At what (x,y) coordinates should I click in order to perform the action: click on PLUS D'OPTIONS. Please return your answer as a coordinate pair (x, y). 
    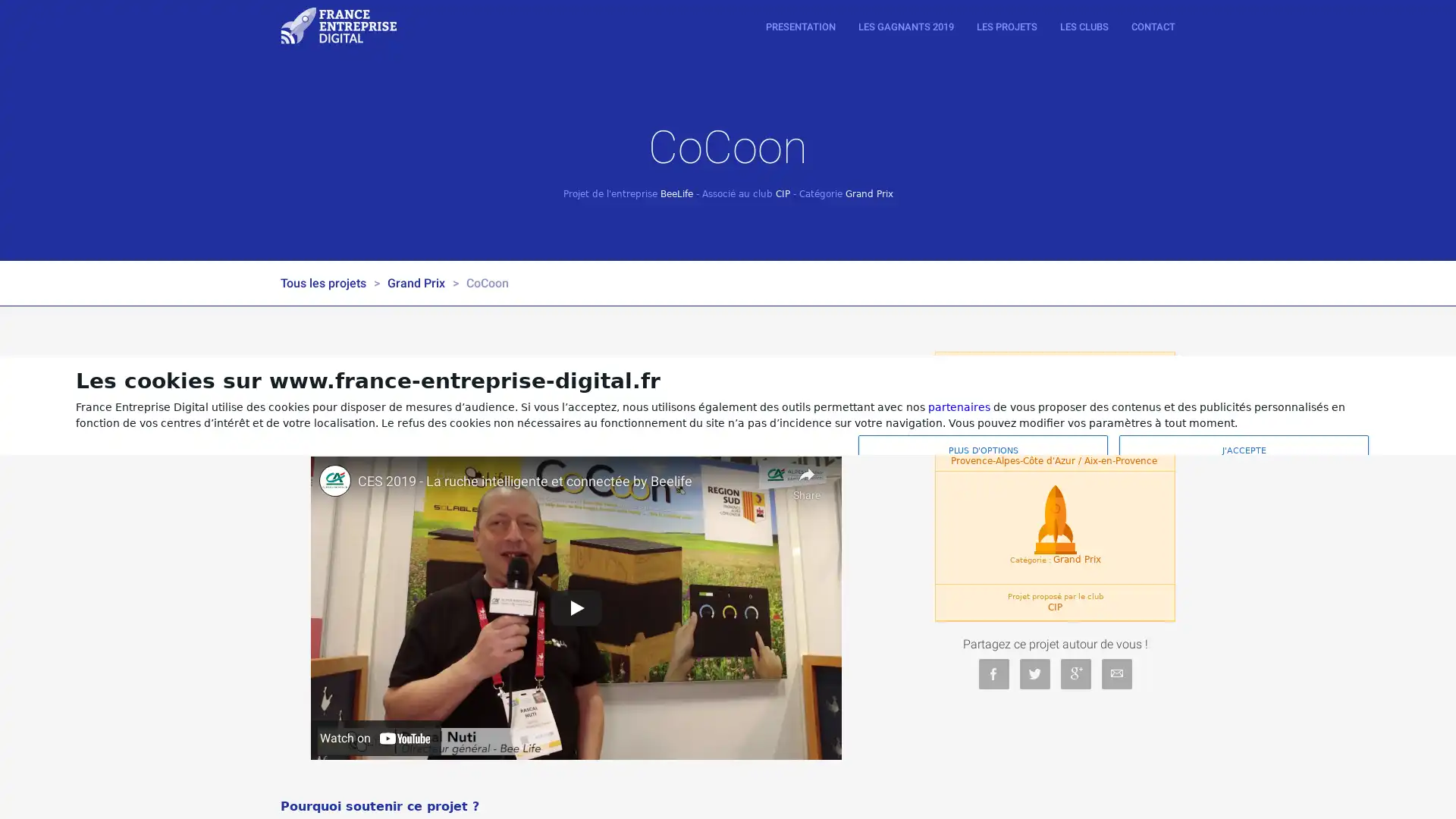
    Looking at the image, I should click on (983, 450).